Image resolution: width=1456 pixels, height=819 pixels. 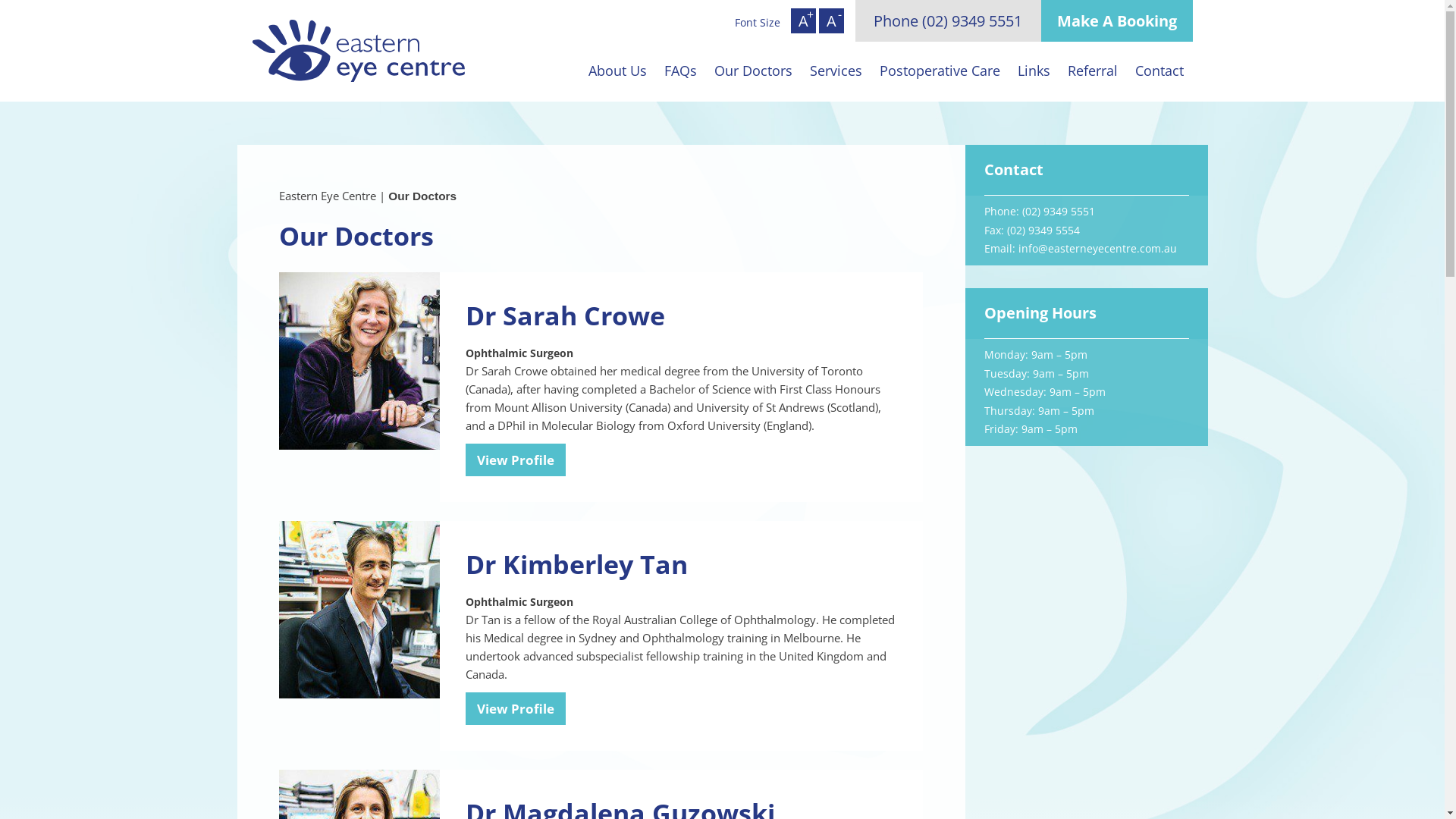 I want to click on 'About Us', so click(x=578, y=70).